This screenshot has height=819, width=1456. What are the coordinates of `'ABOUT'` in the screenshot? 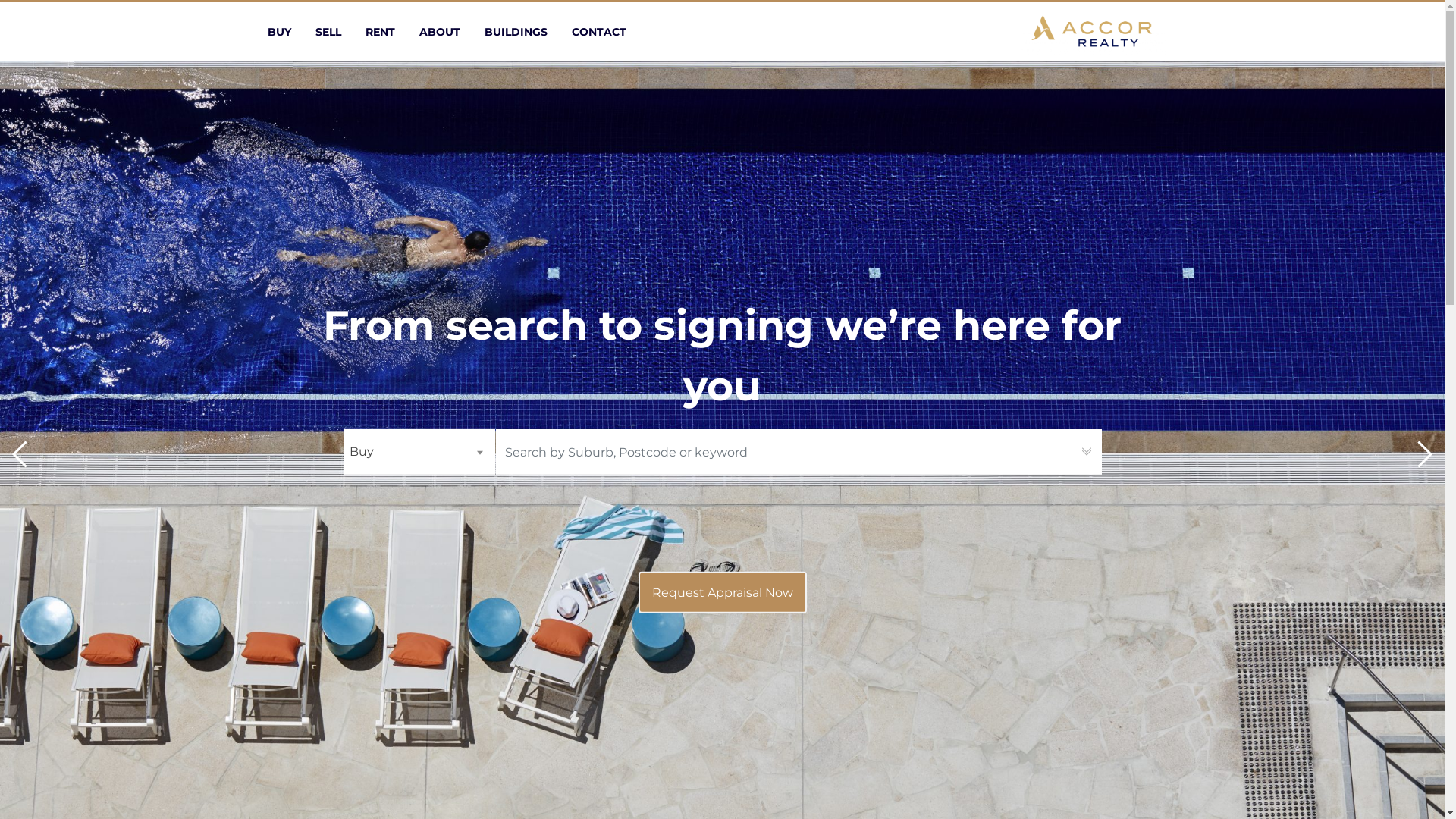 It's located at (438, 32).